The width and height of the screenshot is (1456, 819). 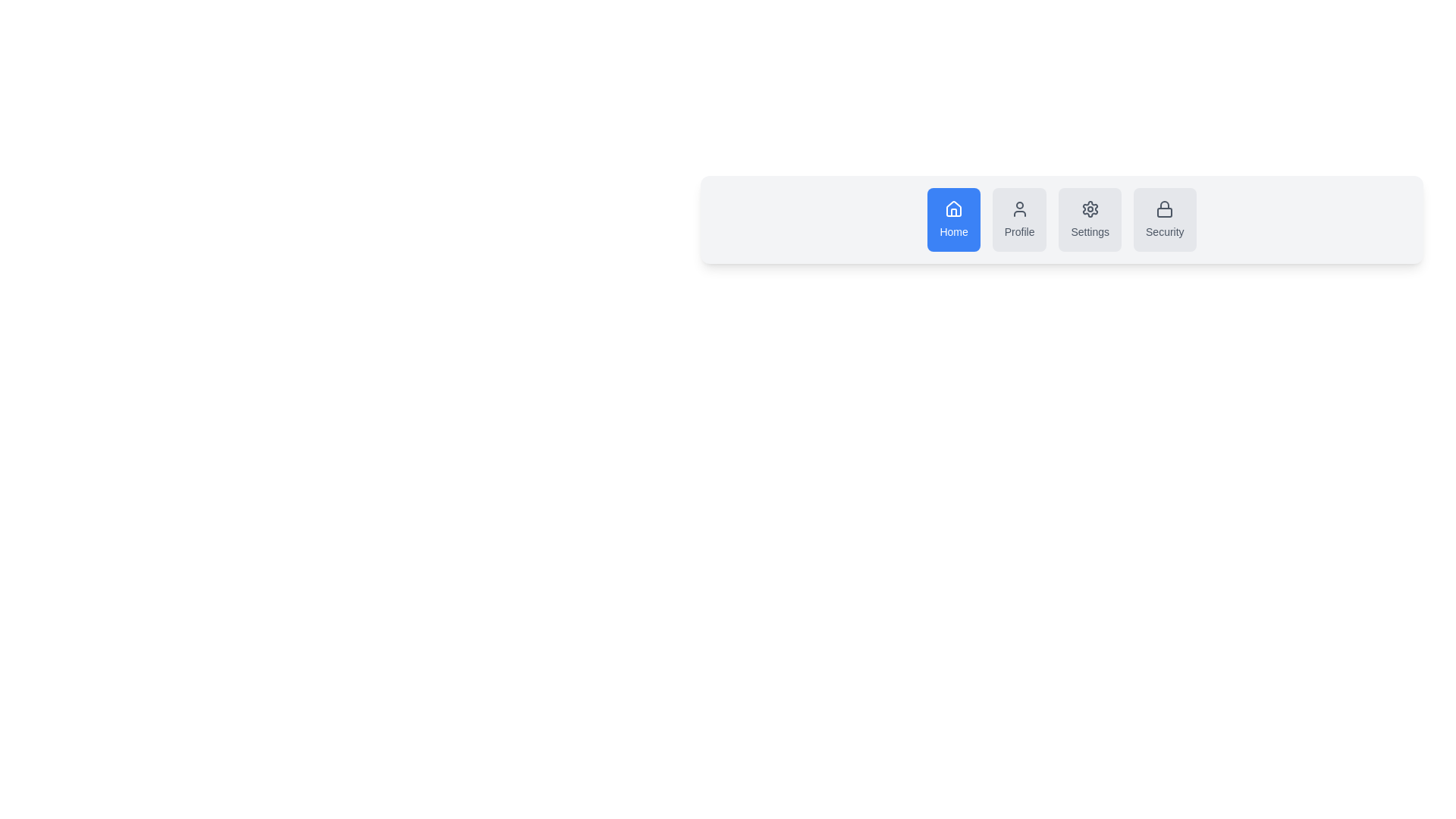 I want to click on the Settings button, so click(x=1088, y=219).